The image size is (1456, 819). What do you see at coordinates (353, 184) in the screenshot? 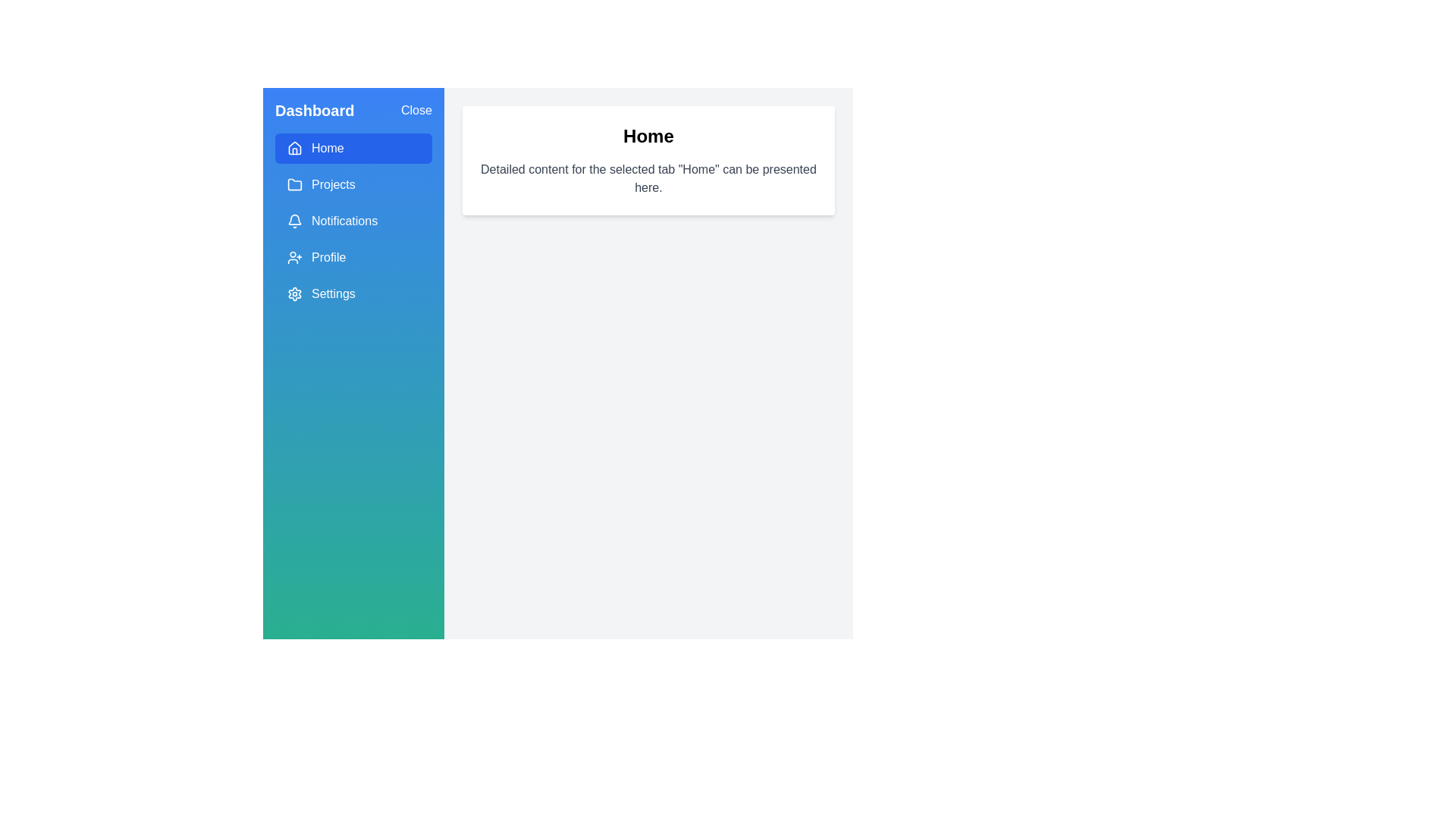
I see `the menu item Projects to display its content` at bounding box center [353, 184].